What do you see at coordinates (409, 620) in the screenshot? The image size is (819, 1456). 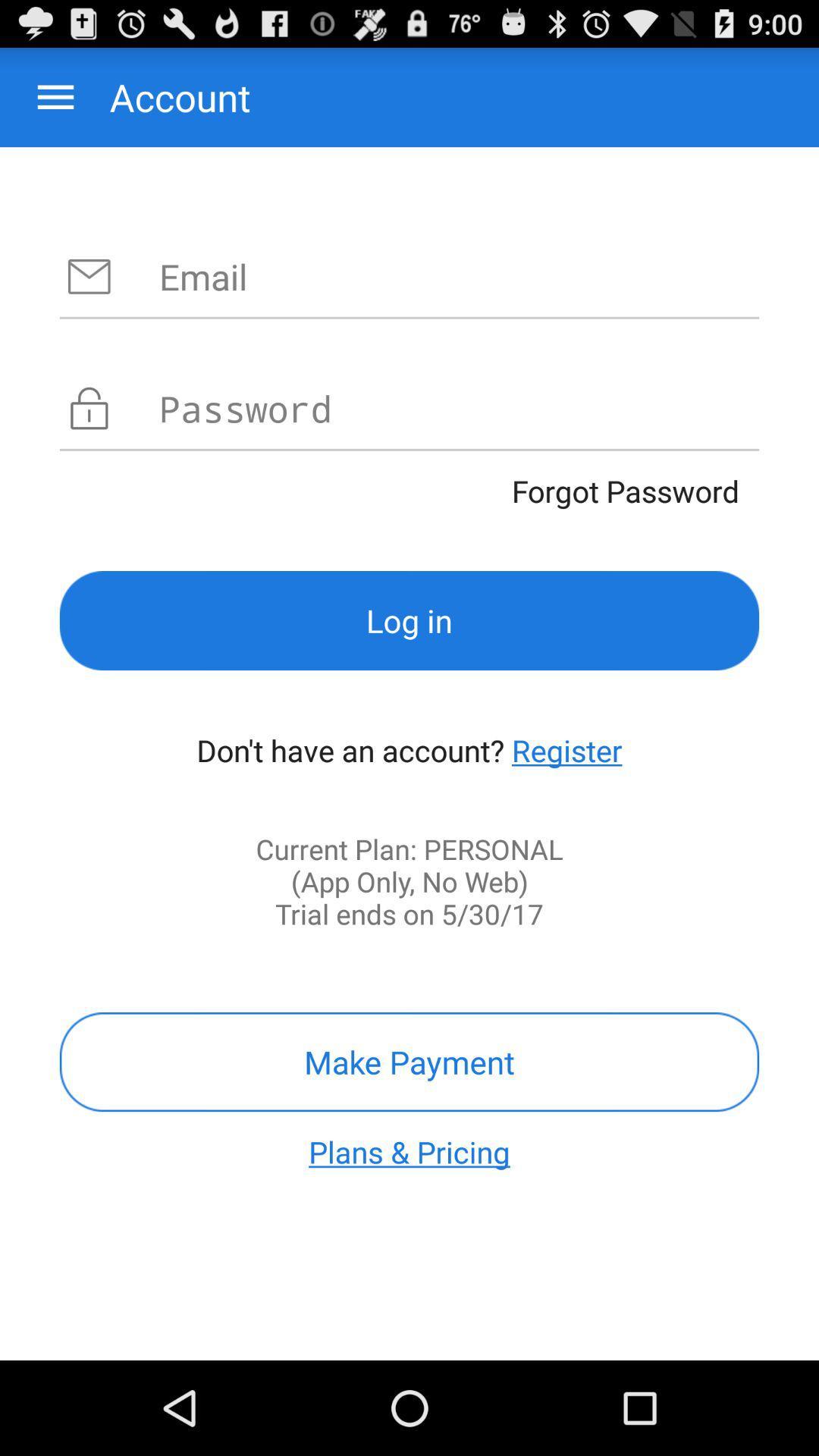 I see `item below the forgot password app` at bounding box center [409, 620].